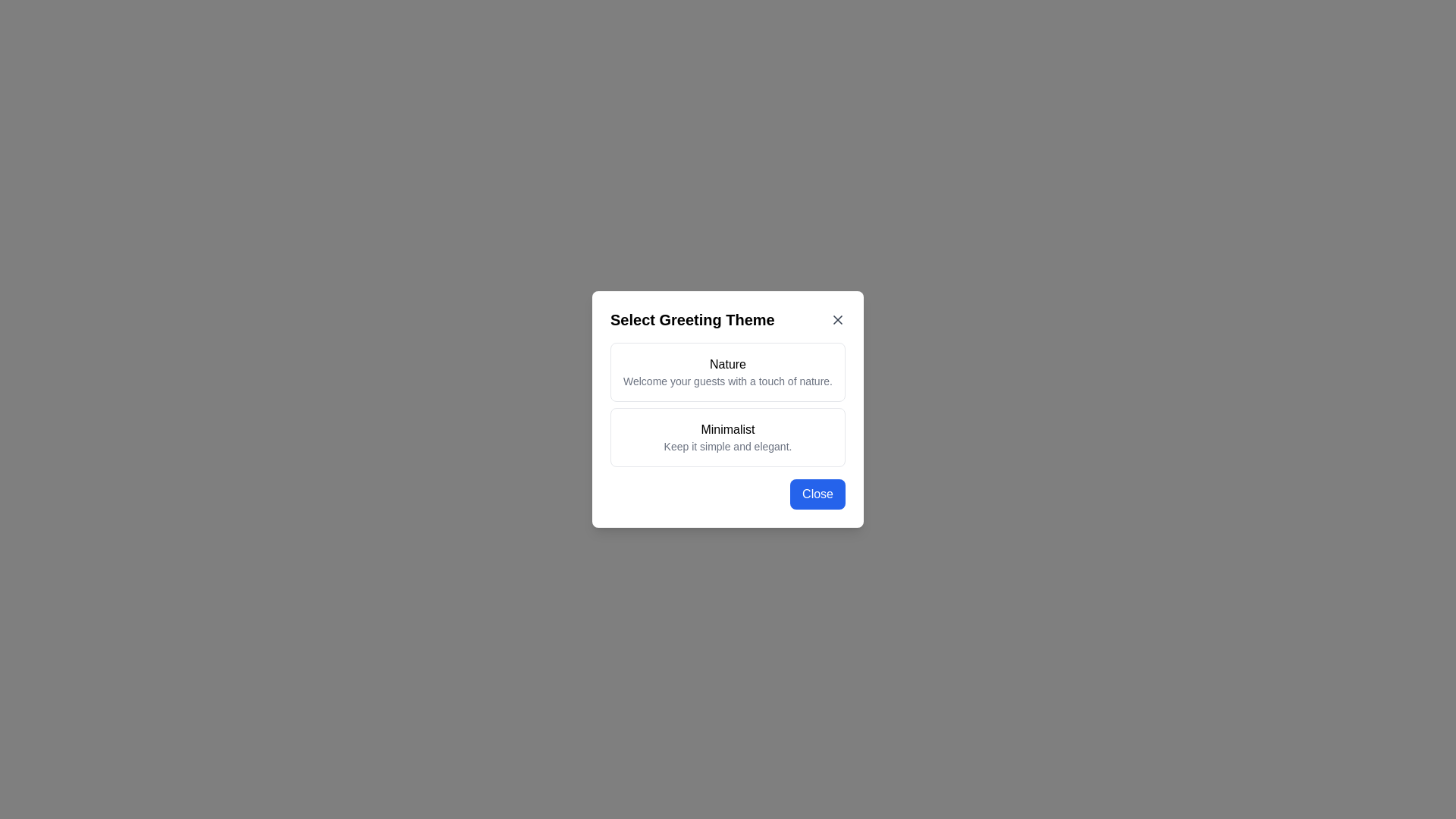 Image resolution: width=1456 pixels, height=819 pixels. I want to click on the text label displaying 'Select Greeting Theme' which is bold and large, located at the top center of the popup dialog box, so click(692, 318).